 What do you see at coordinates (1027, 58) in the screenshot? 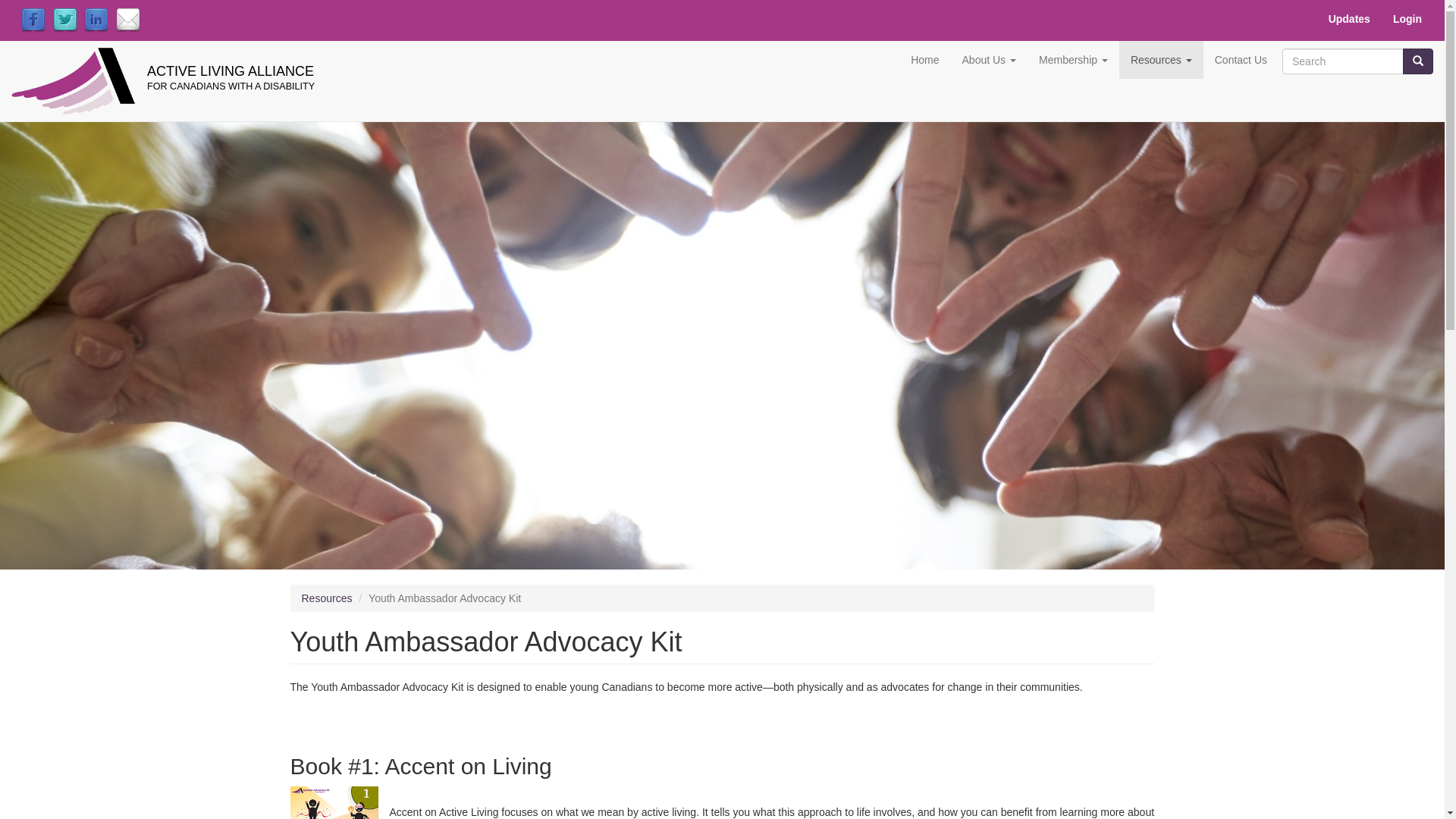
I see `'Membership'` at bounding box center [1027, 58].